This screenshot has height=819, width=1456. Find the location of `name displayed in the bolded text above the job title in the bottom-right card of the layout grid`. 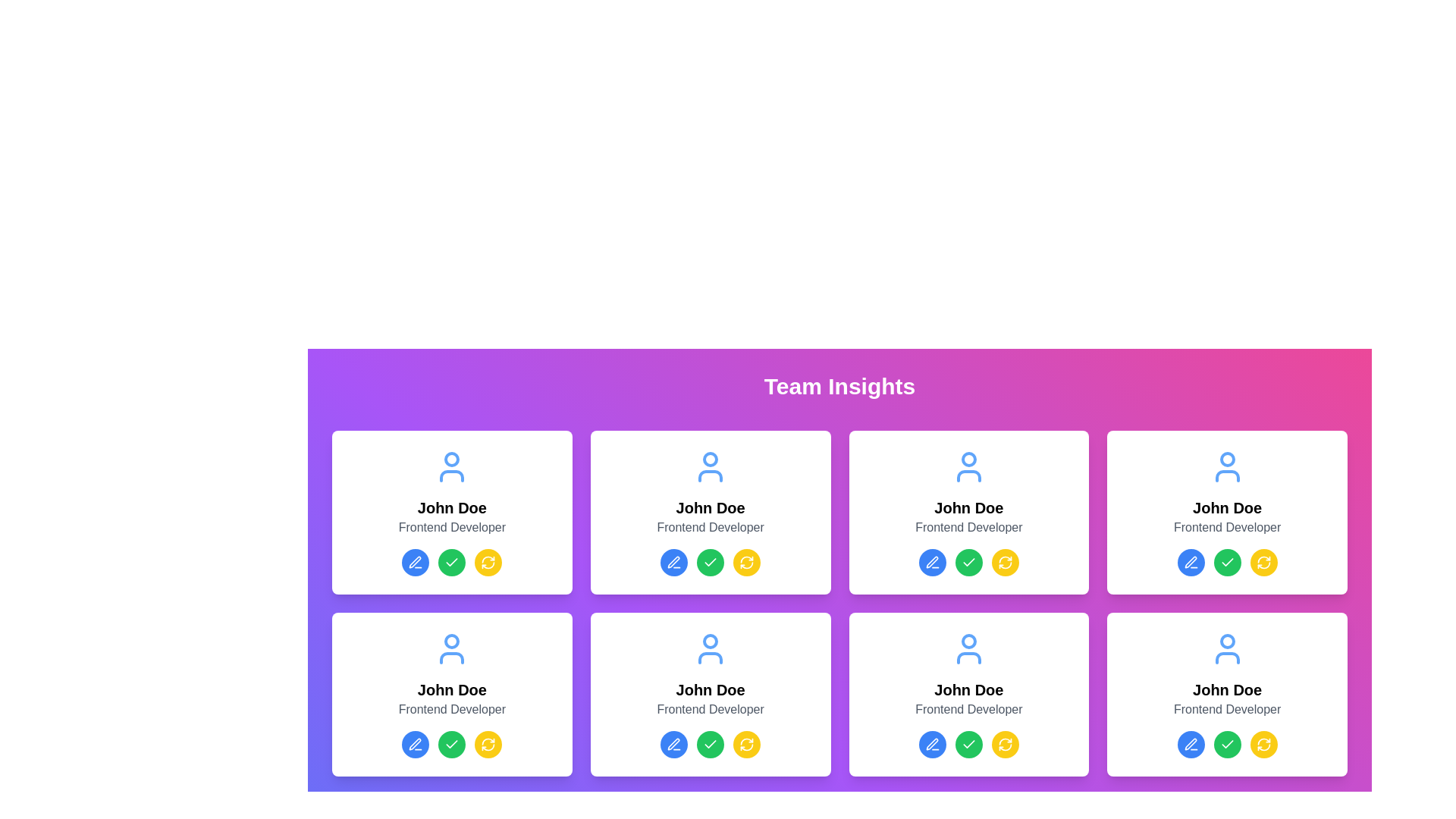

name displayed in the bolded text above the job title in the bottom-right card of the layout grid is located at coordinates (968, 690).